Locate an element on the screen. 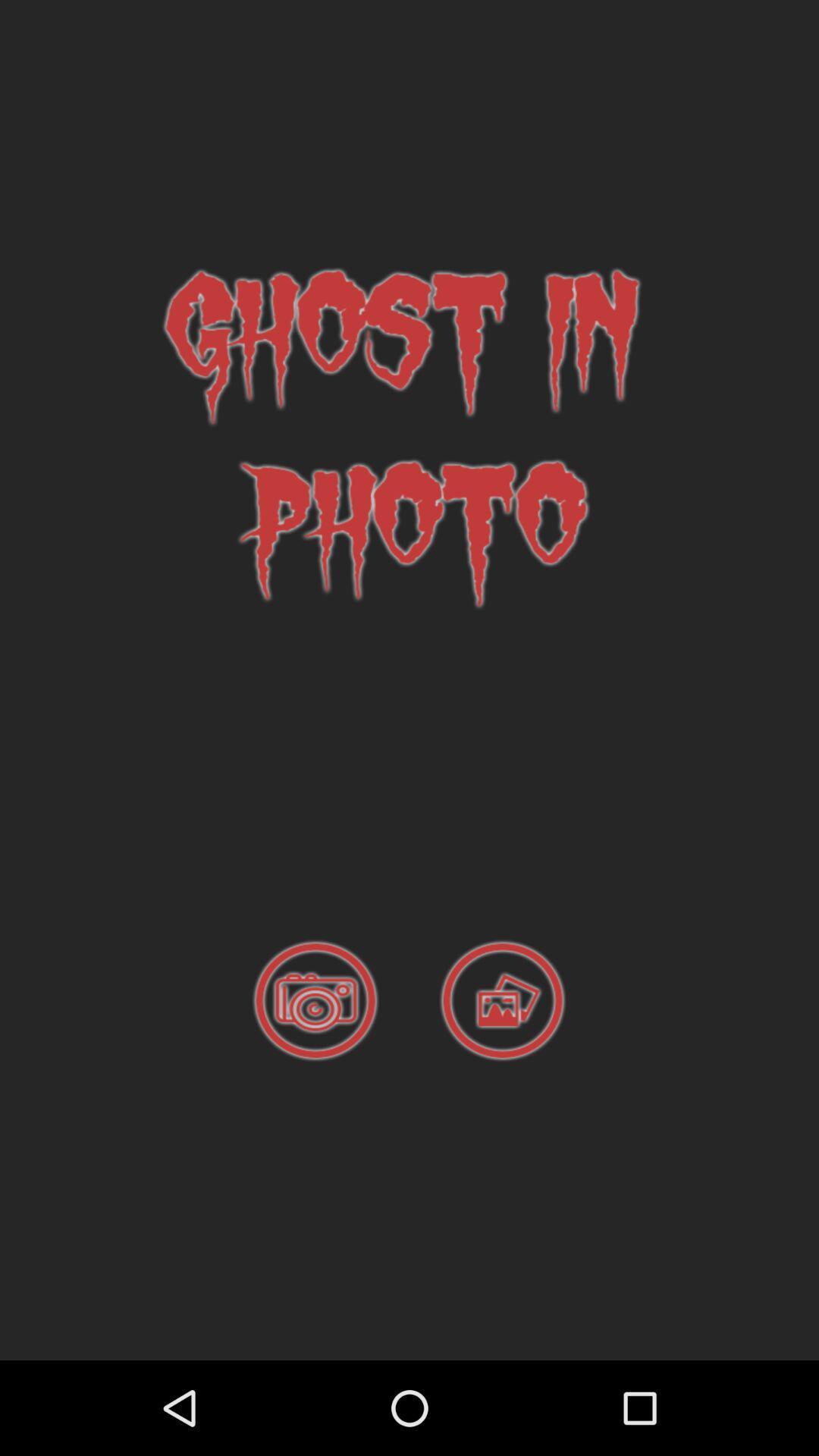 The height and width of the screenshot is (1456, 819). take a photo is located at coordinates (315, 1000).